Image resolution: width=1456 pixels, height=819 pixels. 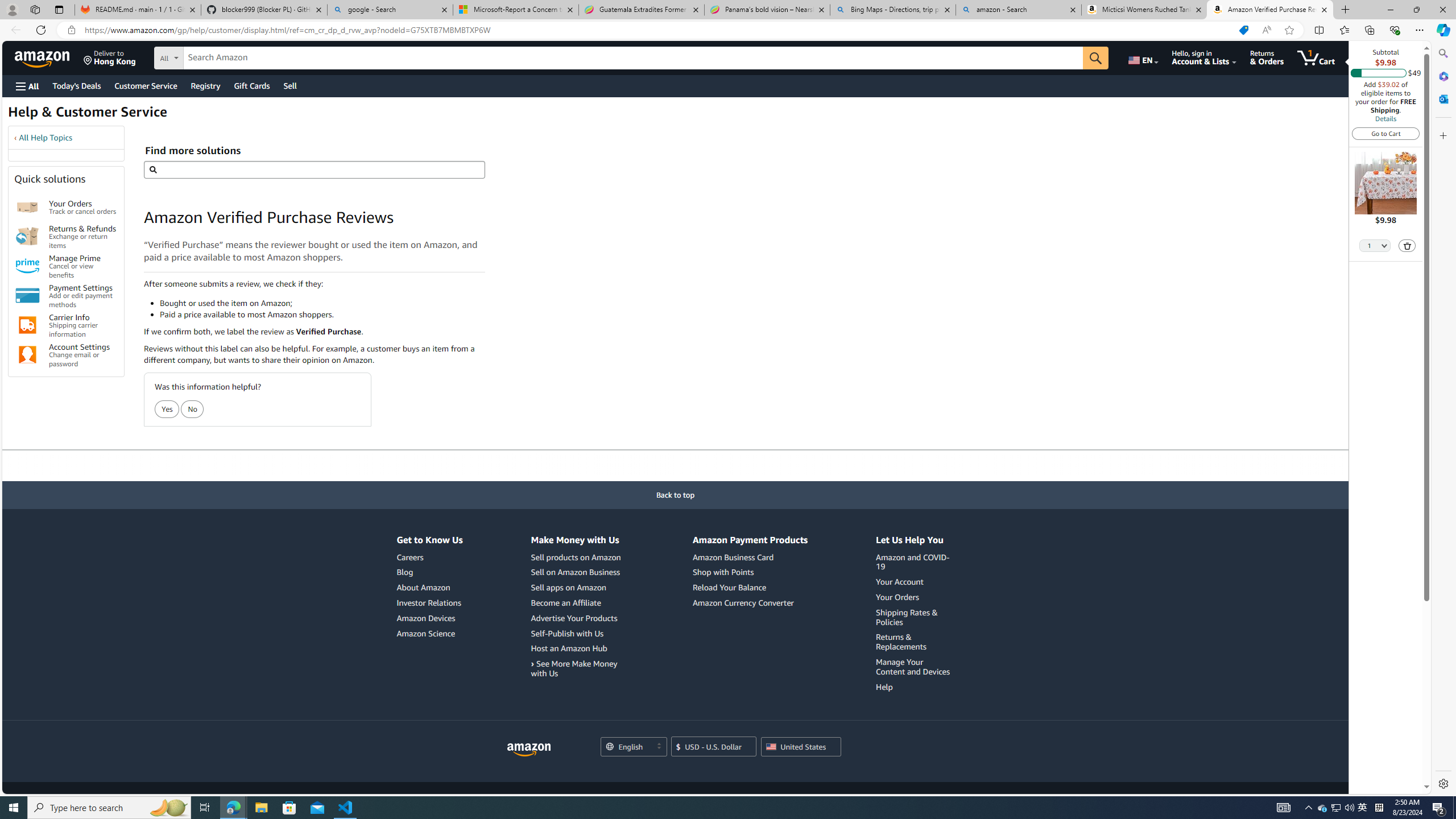 I want to click on 'Go', so click(x=1096, y=58).